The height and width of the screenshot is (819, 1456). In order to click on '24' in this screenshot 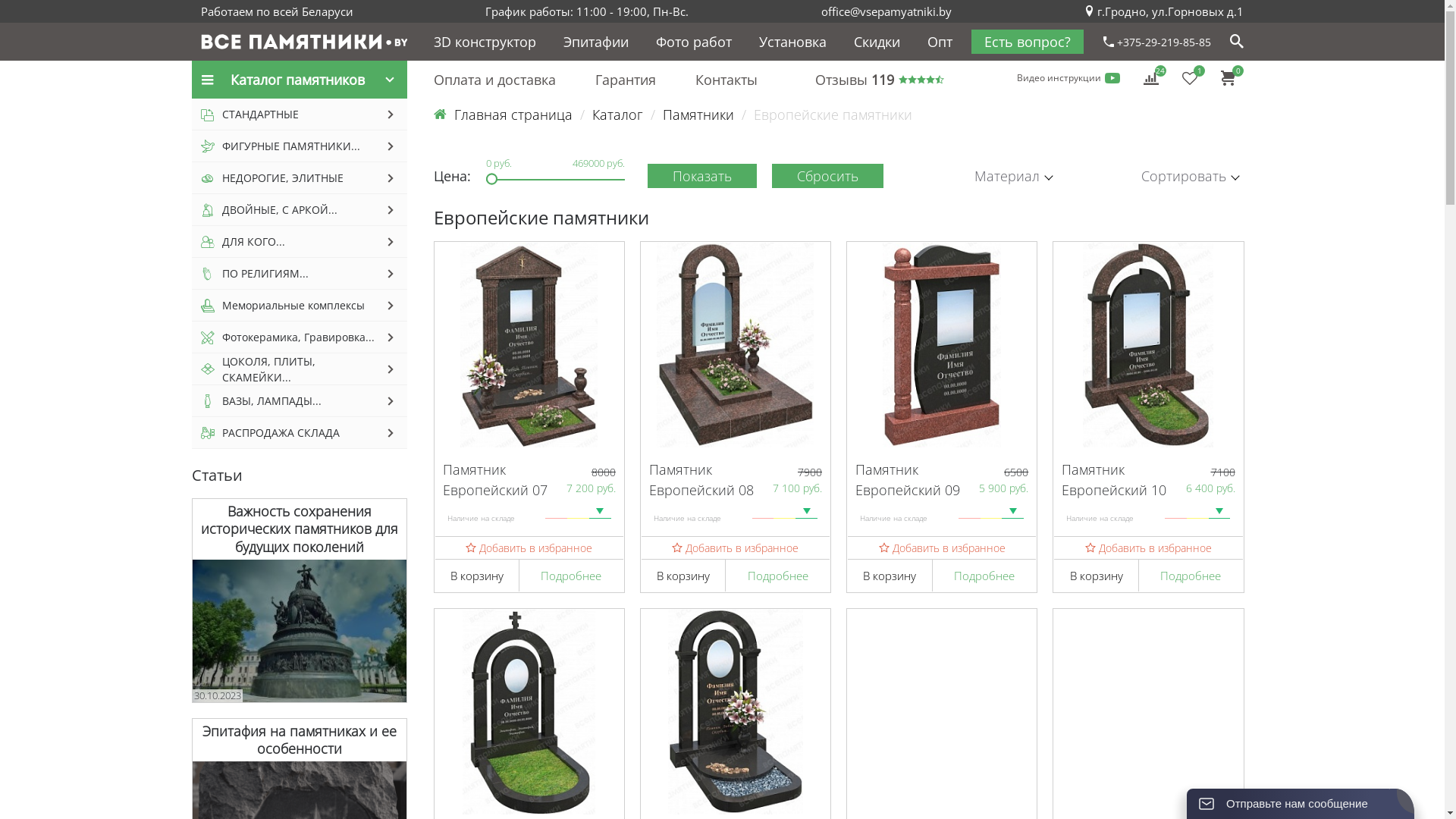, I will do `click(1150, 77)`.